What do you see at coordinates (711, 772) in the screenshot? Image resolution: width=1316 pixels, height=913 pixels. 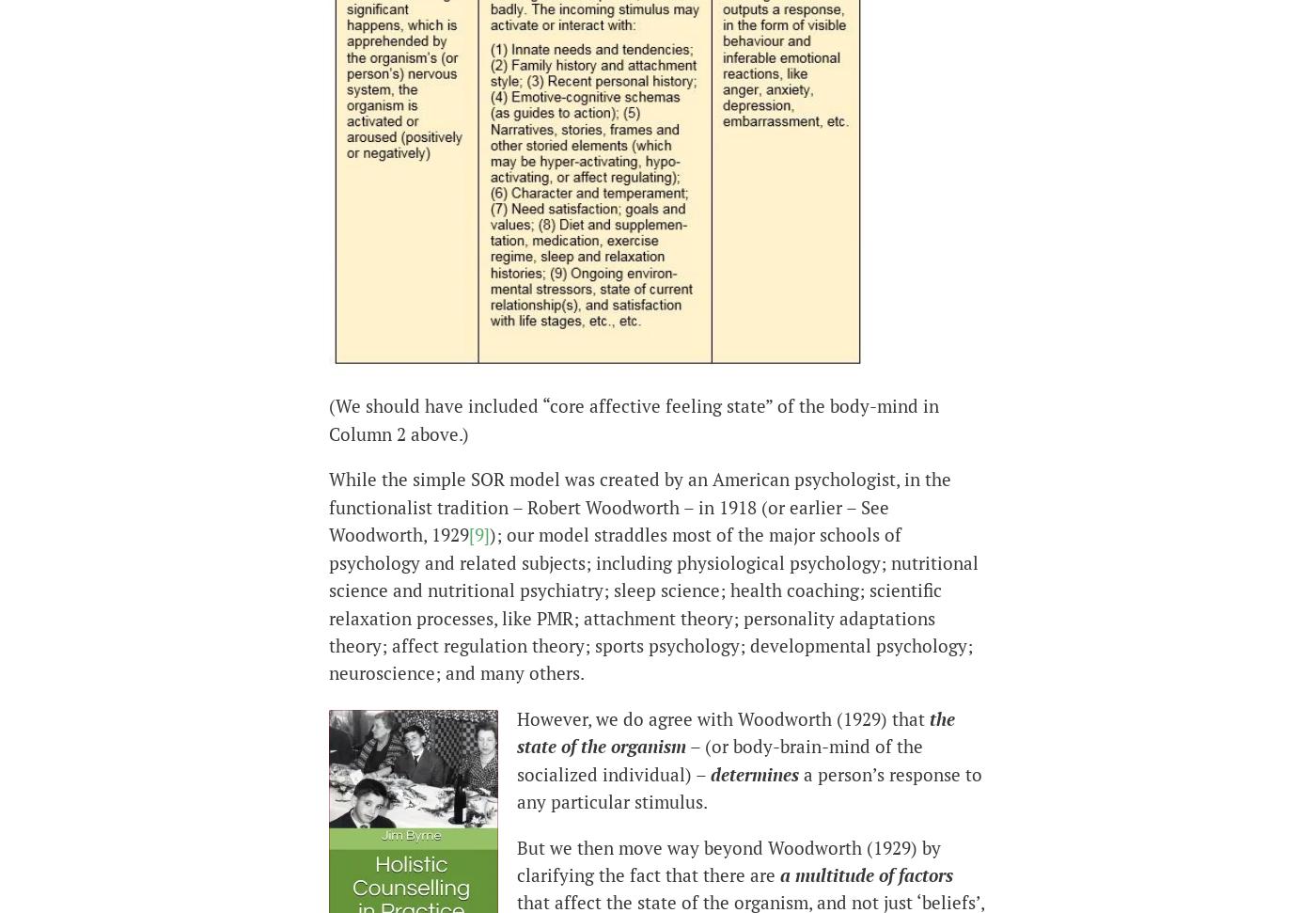 I see `'determines'` at bounding box center [711, 772].